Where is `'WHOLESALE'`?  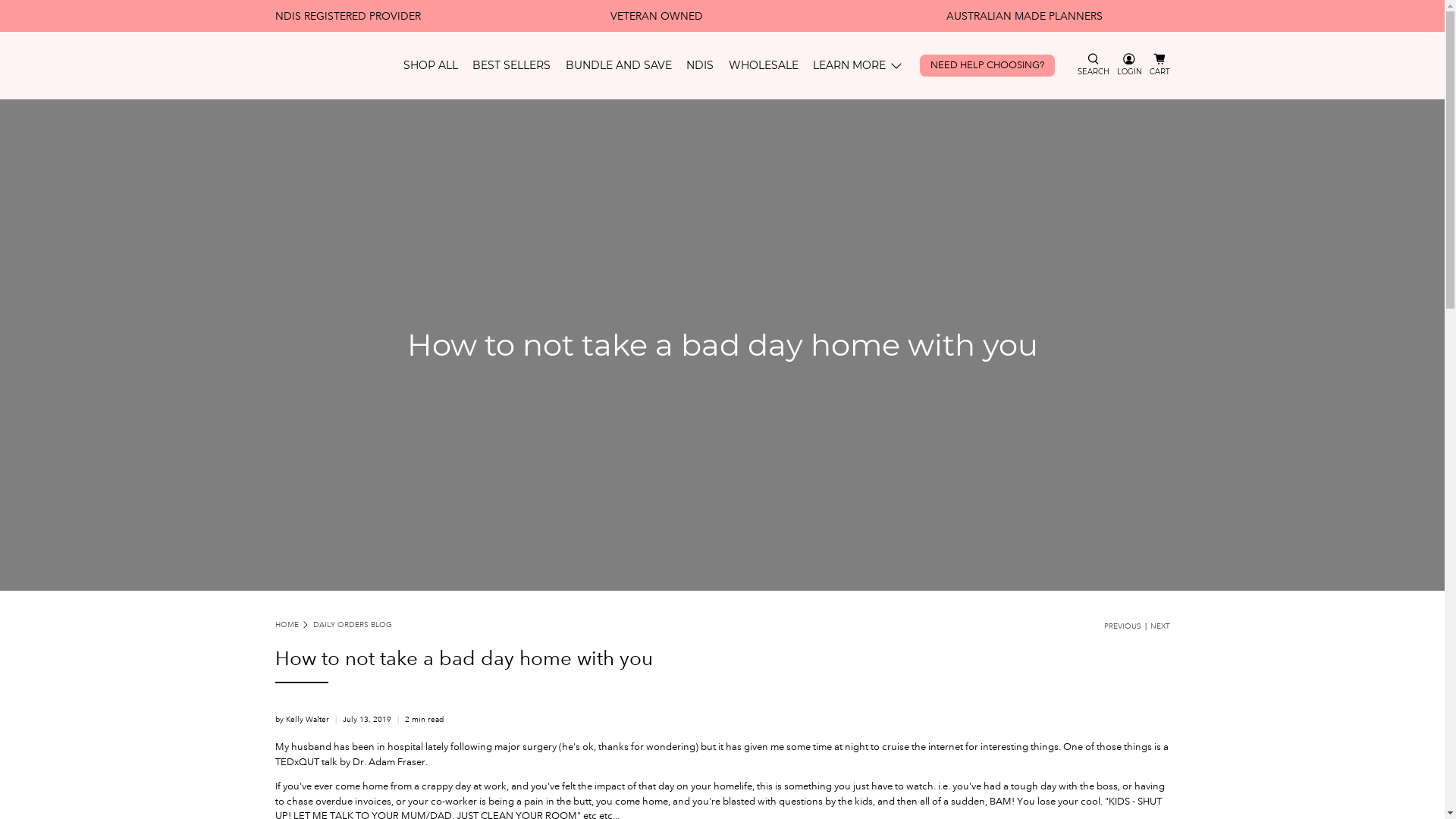 'WHOLESALE' is located at coordinates (720, 64).